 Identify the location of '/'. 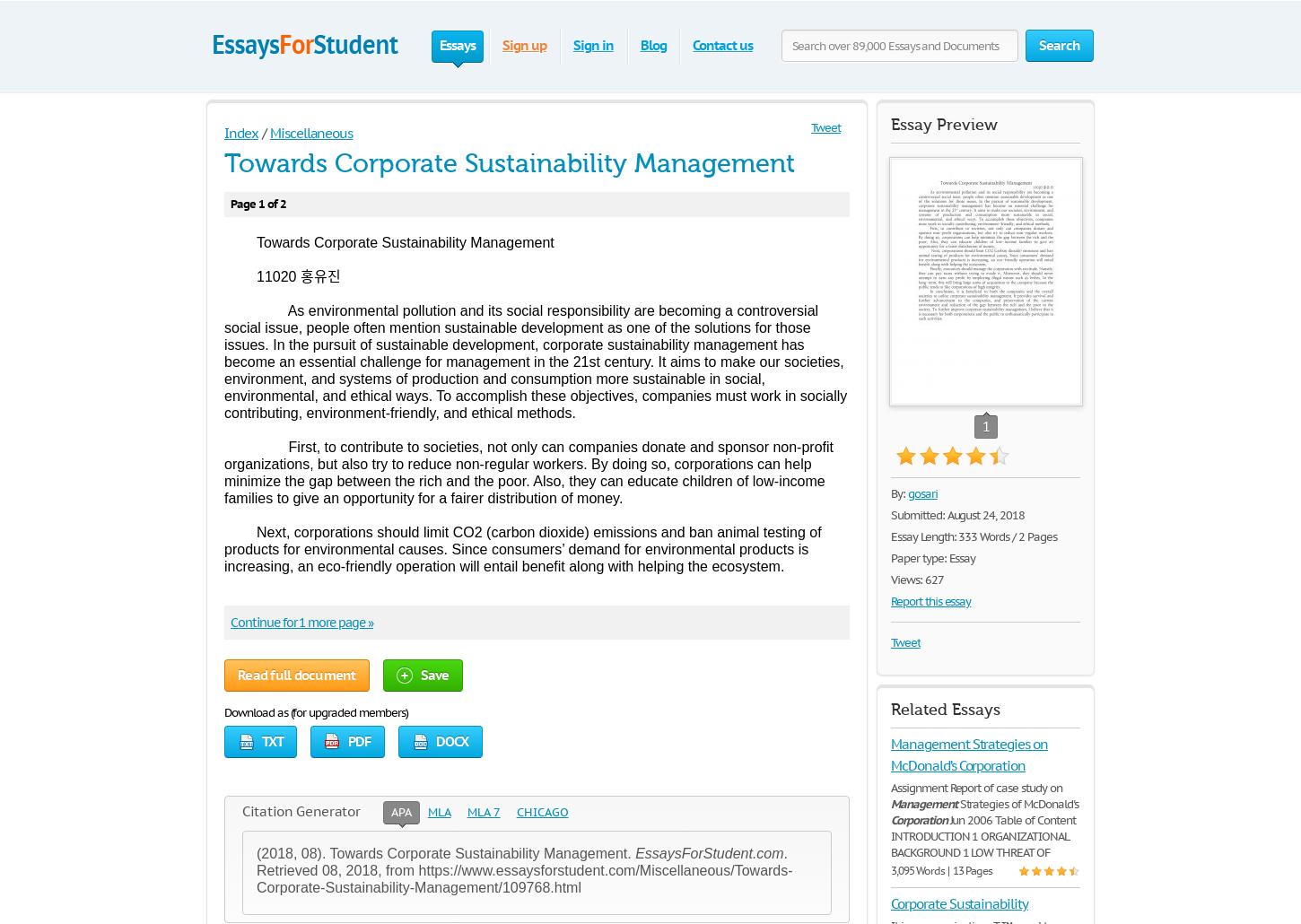
(263, 132).